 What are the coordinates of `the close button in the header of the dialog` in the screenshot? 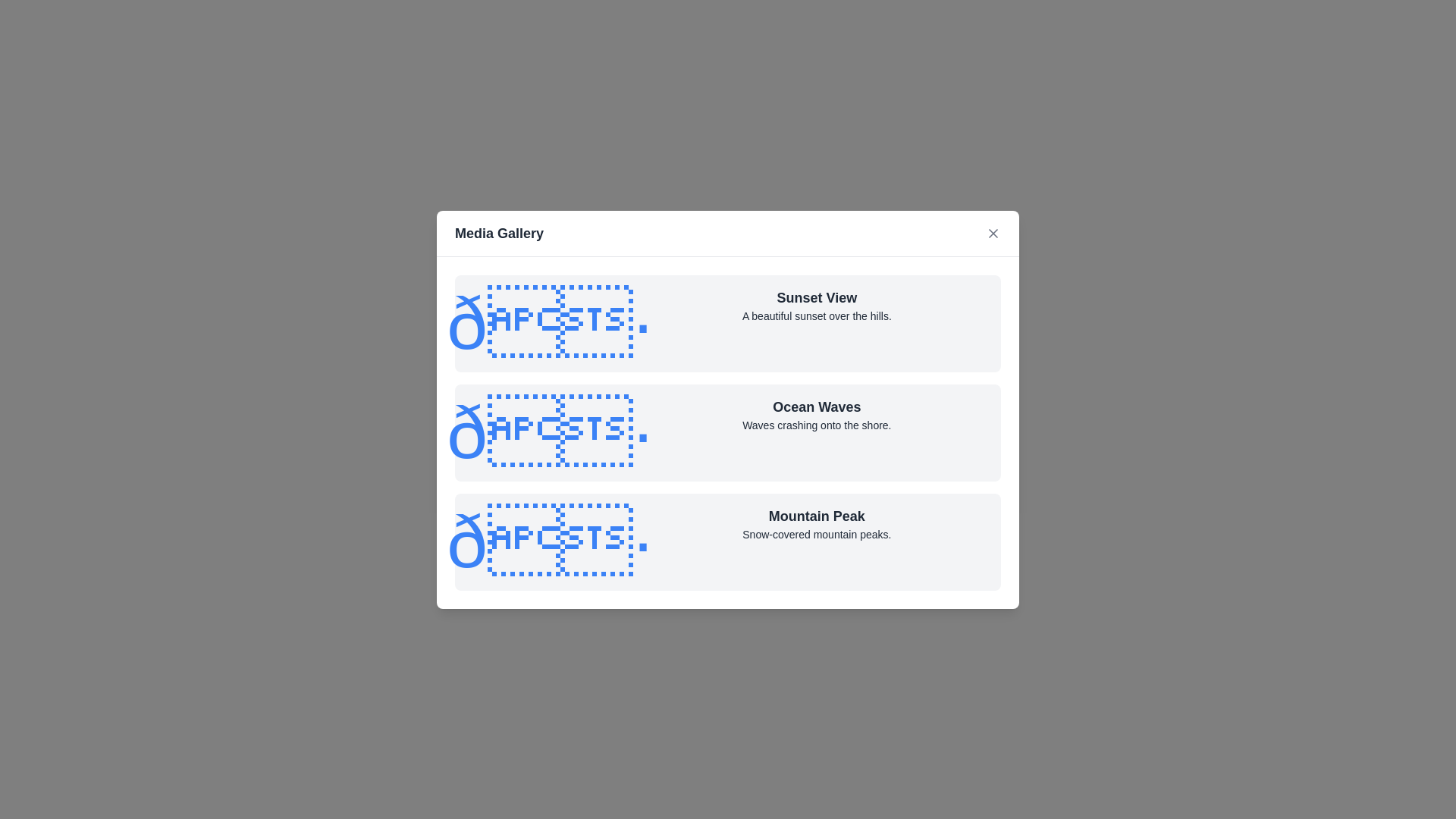 It's located at (993, 233).